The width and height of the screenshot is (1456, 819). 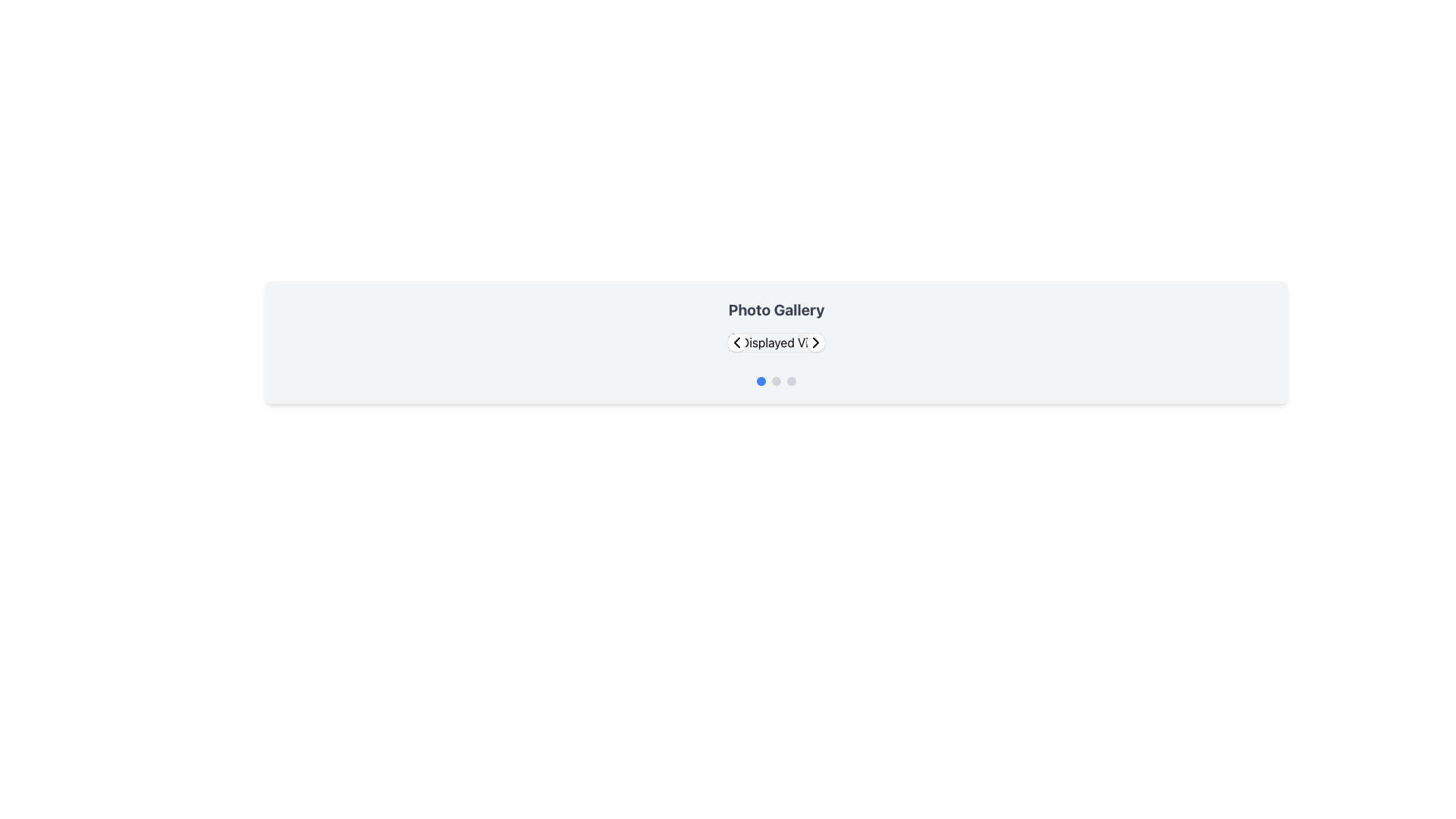 I want to click on the leftmost circular button below the 'Photo Gallery' header, so click(x=761, y=380).